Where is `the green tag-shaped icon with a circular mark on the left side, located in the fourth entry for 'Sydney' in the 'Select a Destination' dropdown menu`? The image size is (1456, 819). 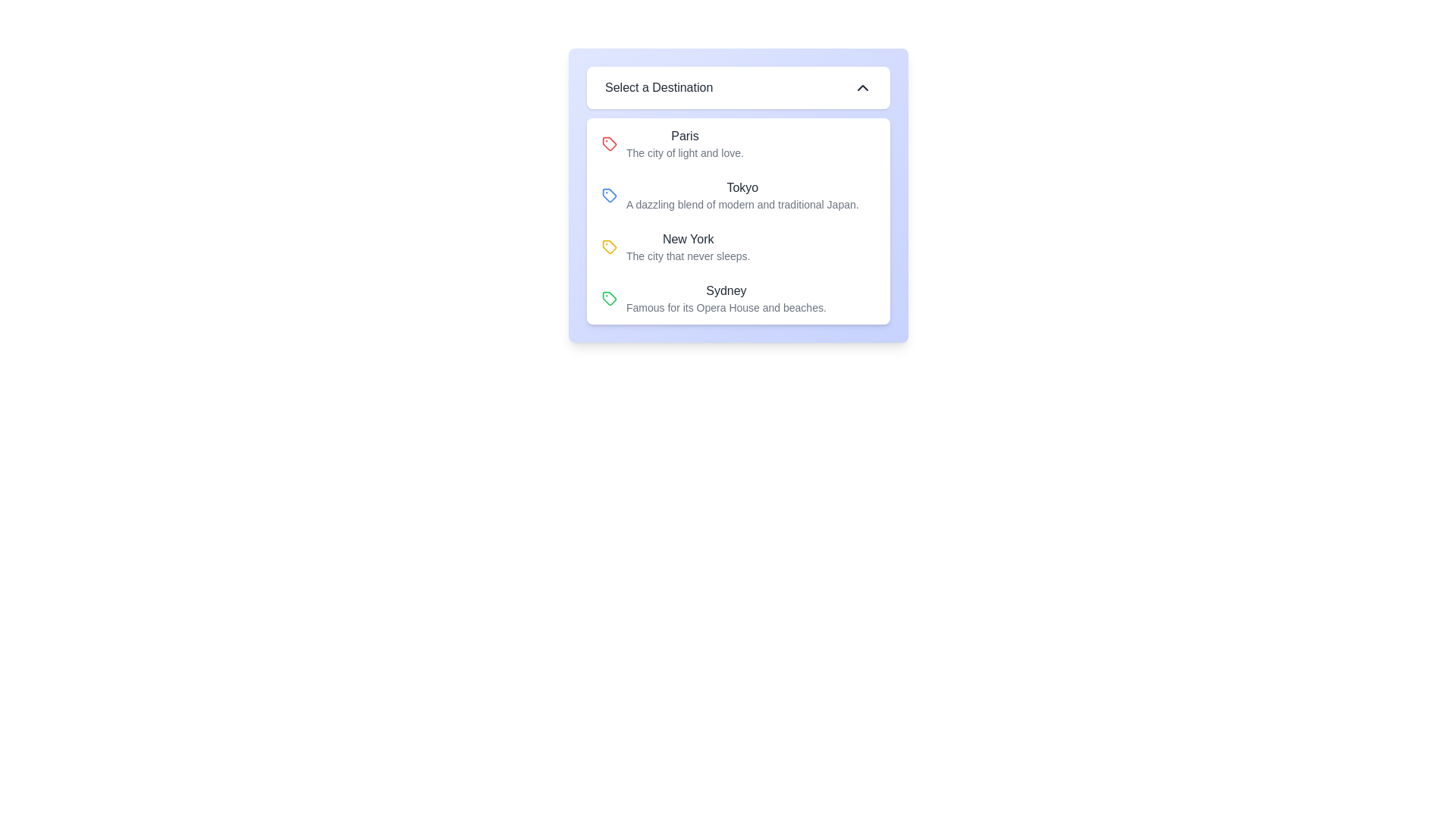 the green tag-shaped icon with a circular mark on the left side, located in the fourth entry for 'Sydney' in the 'Select a Destination' dropdown menu is located at coordinates (610, 298).